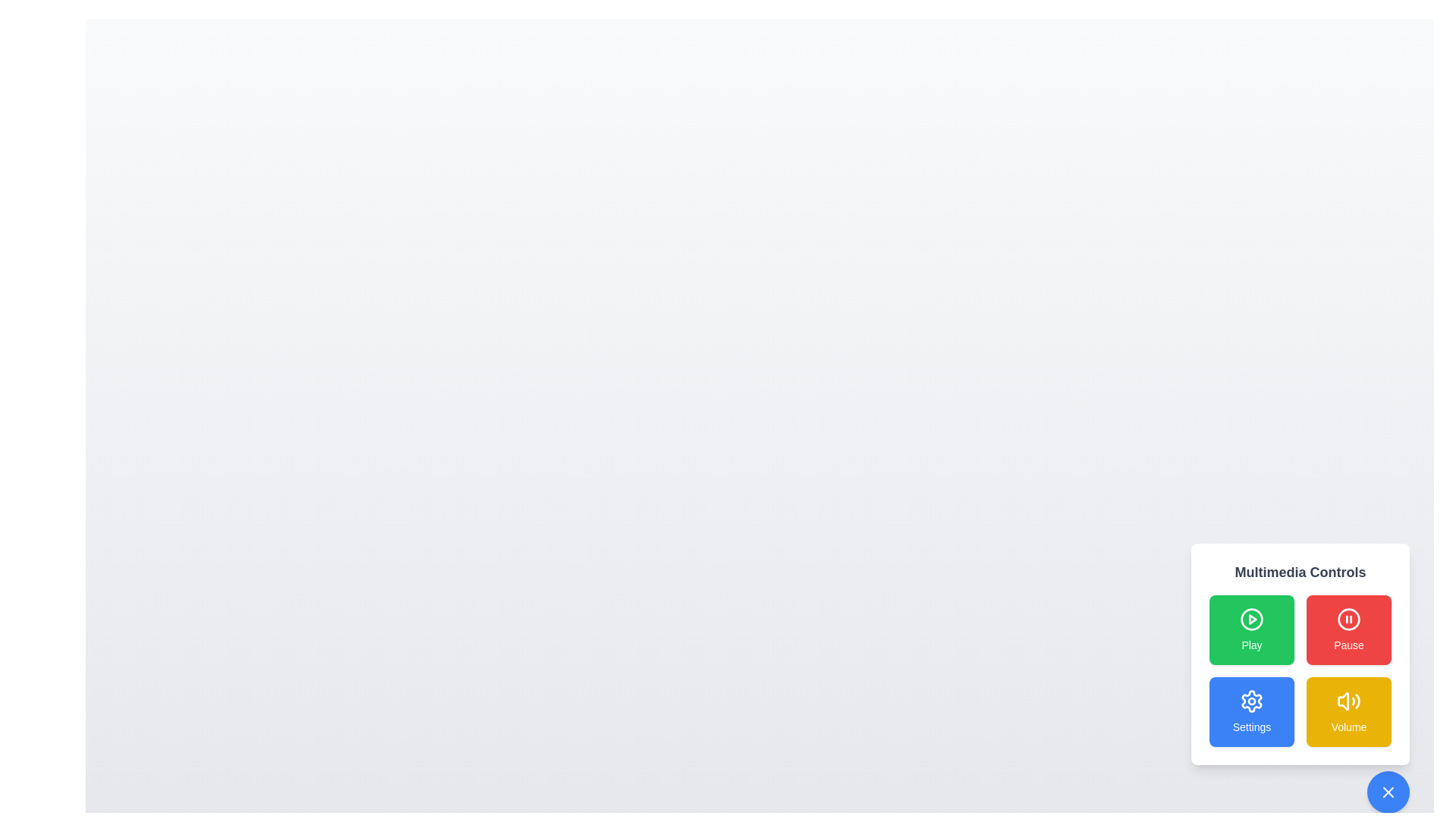 The height and width of the screenshot is (819, 1456). Describe the element at coordinates (1252, 701) in the screenshot. I see `the gear icon button with a blue background located in the bottom-left quadrant of multimedia control buttons` at that location.